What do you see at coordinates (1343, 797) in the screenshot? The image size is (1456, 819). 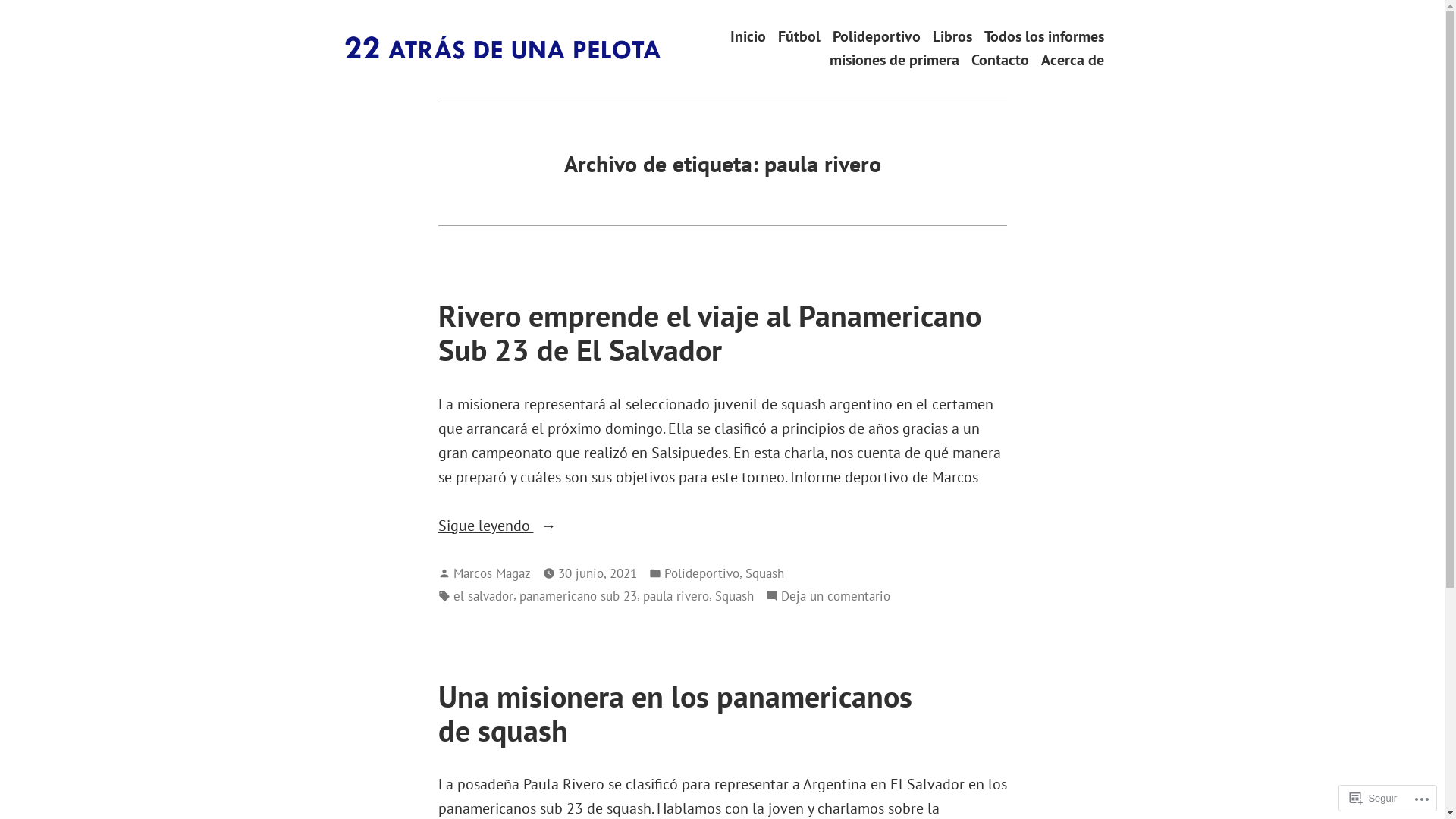 I see `'Seguir'` at bounding box center [1343, 797].